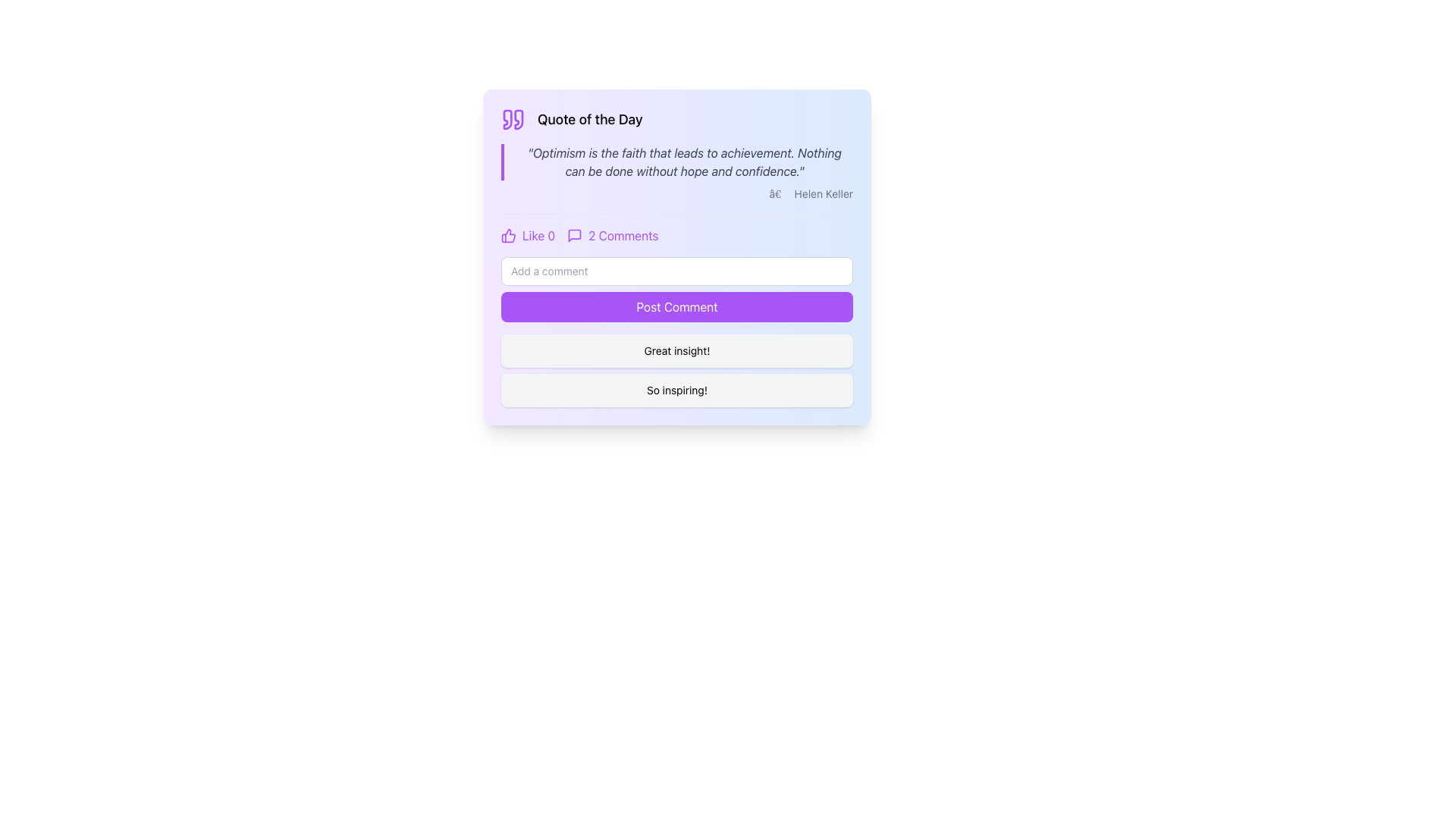  Describe the element at coordinates (613, 236) in the screenshot. I see `the Button with text and icon, which is located to the right of the 'Like 0' element under the Quote of the Day` at that location.